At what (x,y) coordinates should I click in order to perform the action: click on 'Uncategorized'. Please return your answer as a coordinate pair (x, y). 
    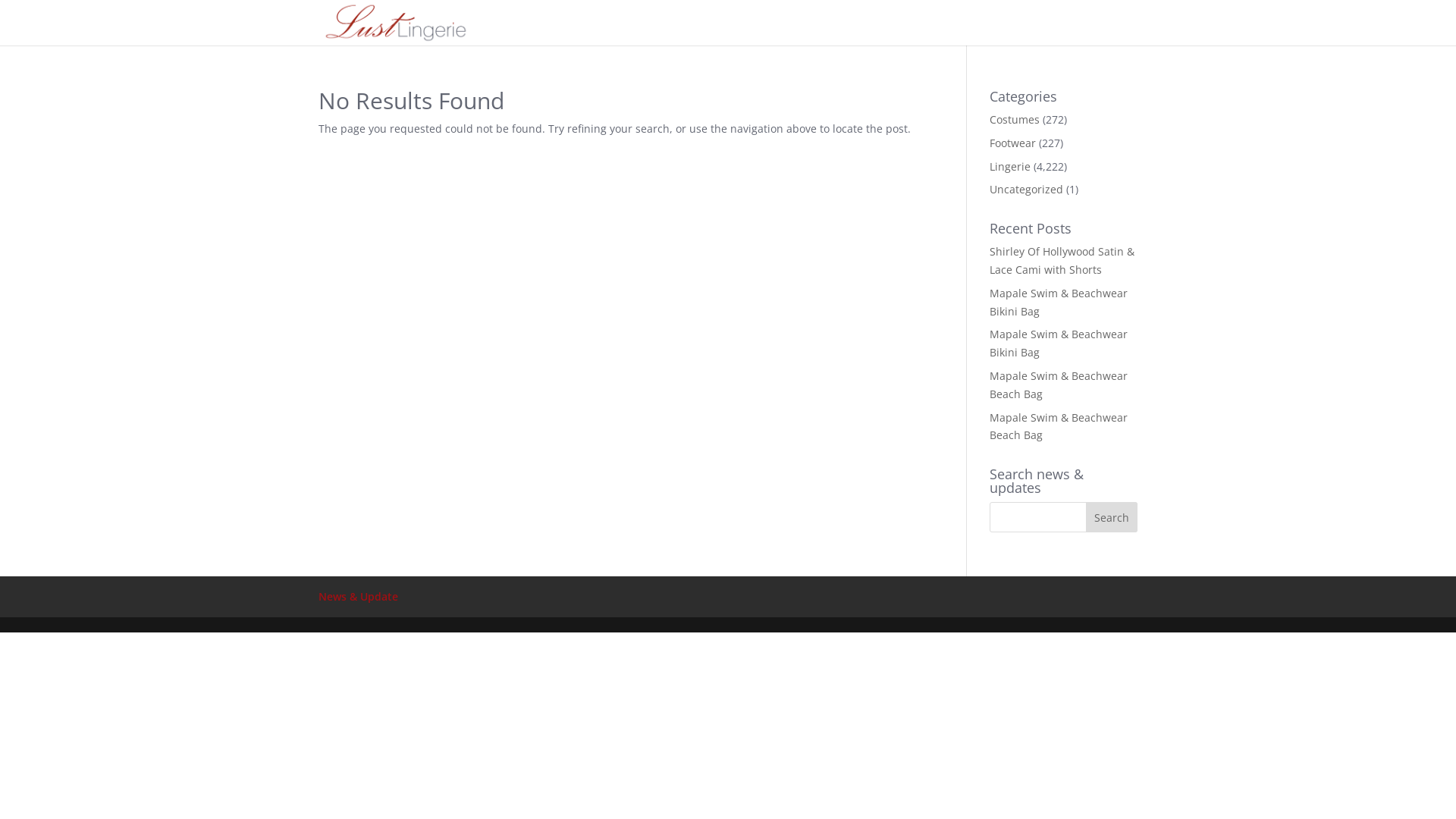
    Looking at the image, I should click on (1026, 188).